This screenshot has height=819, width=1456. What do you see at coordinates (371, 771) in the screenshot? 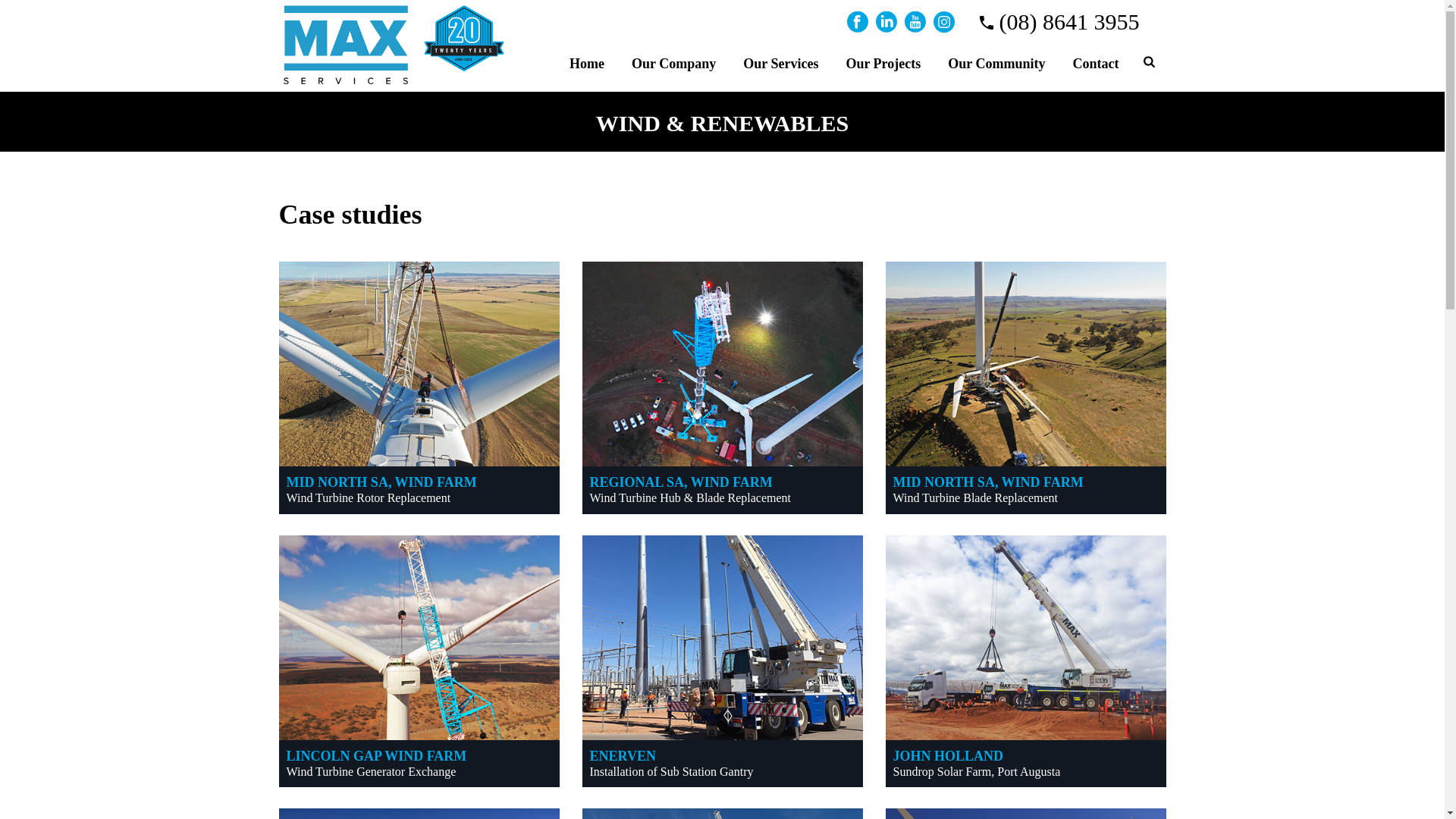
I see `'Wind Turbine Generator Exchange'` at bounding box center [371, 771].